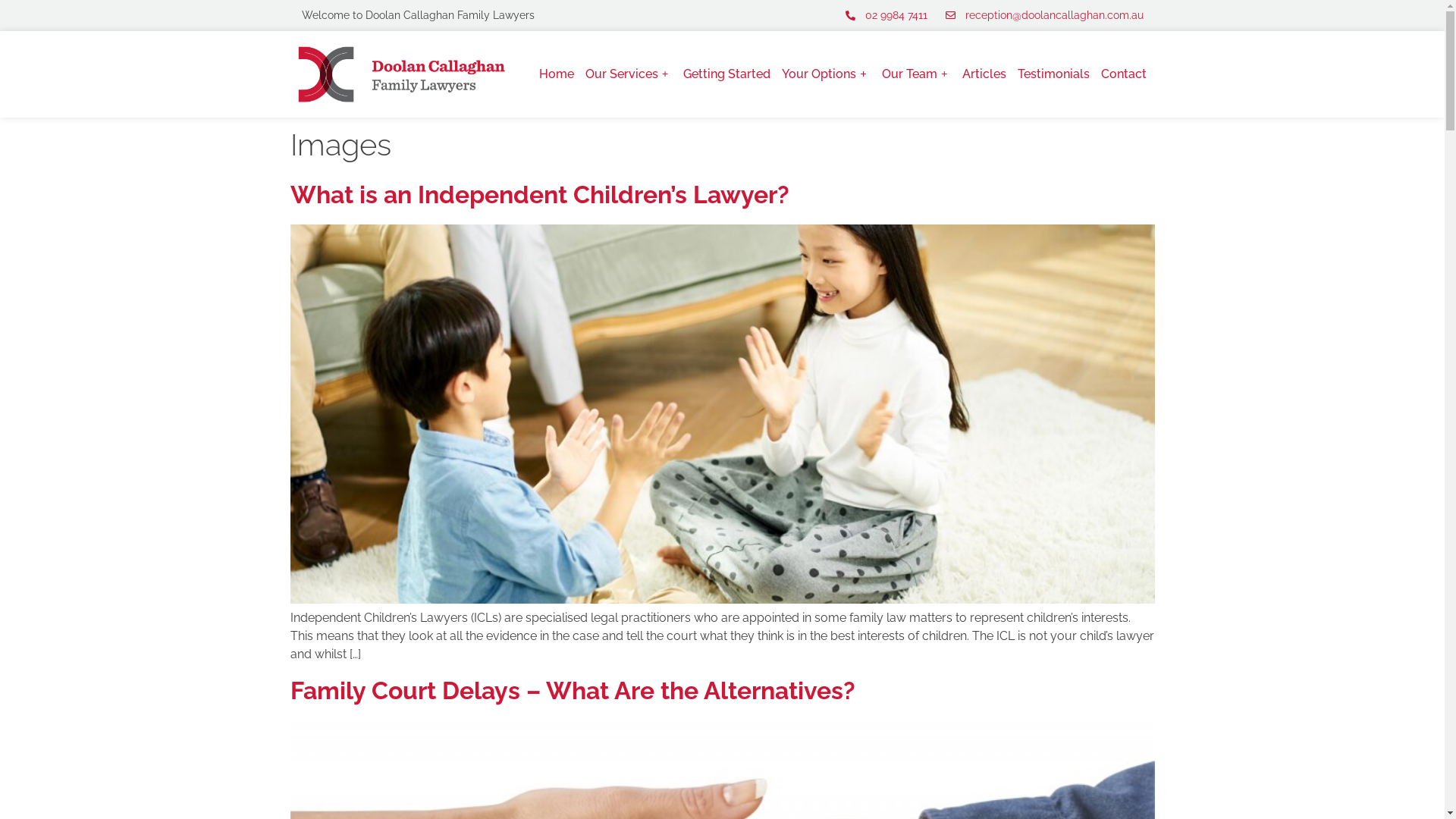 The image size is (1456, 819). Describe the element at coordinates (916, 74) in the screenshot. I see `'Our Team'` at that location.